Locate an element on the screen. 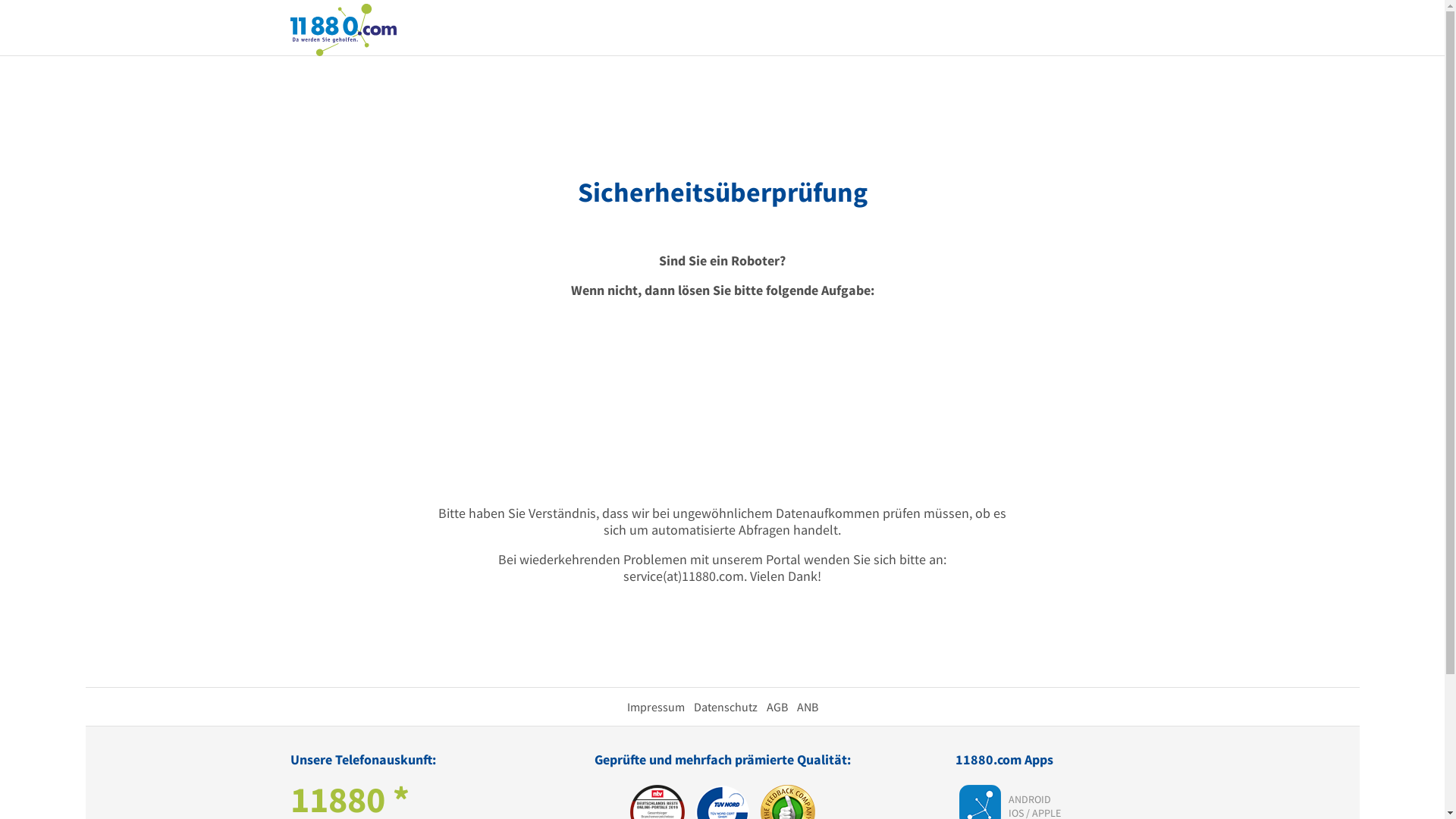  'ANB' is located at coordinates (795, 707).